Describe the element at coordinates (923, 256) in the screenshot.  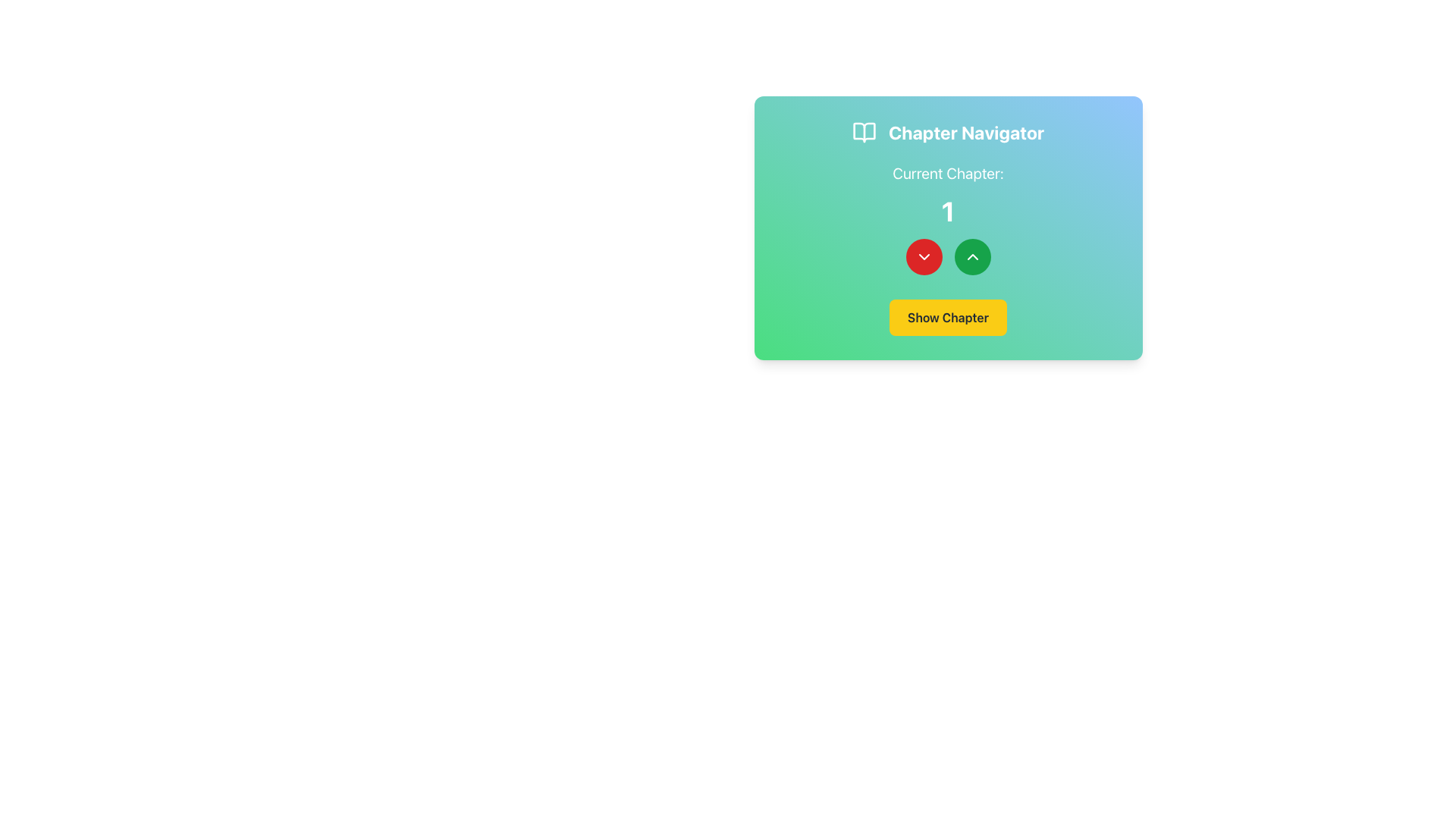
I see `the leftmost button with a downward-pointing chevron to decrement the chapter number, located beneath 'Current Chapter:' and the numerical display` at that location.